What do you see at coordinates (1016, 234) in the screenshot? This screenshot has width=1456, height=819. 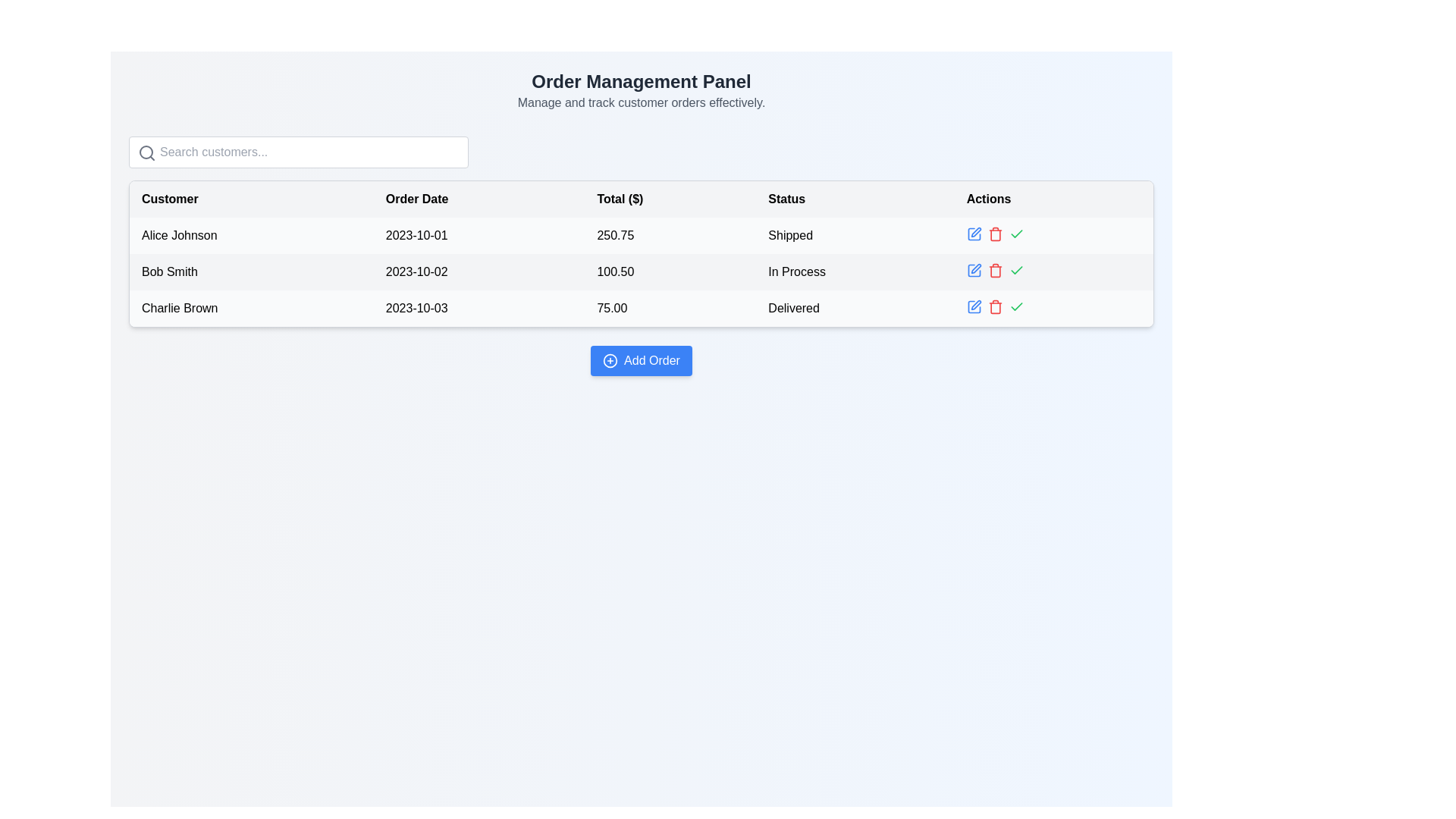 I see `the confirmation icon in the 'Actions' column of the right-most table row for the order made by 'Charlie Brown'` at bounding box center [1016, 234].